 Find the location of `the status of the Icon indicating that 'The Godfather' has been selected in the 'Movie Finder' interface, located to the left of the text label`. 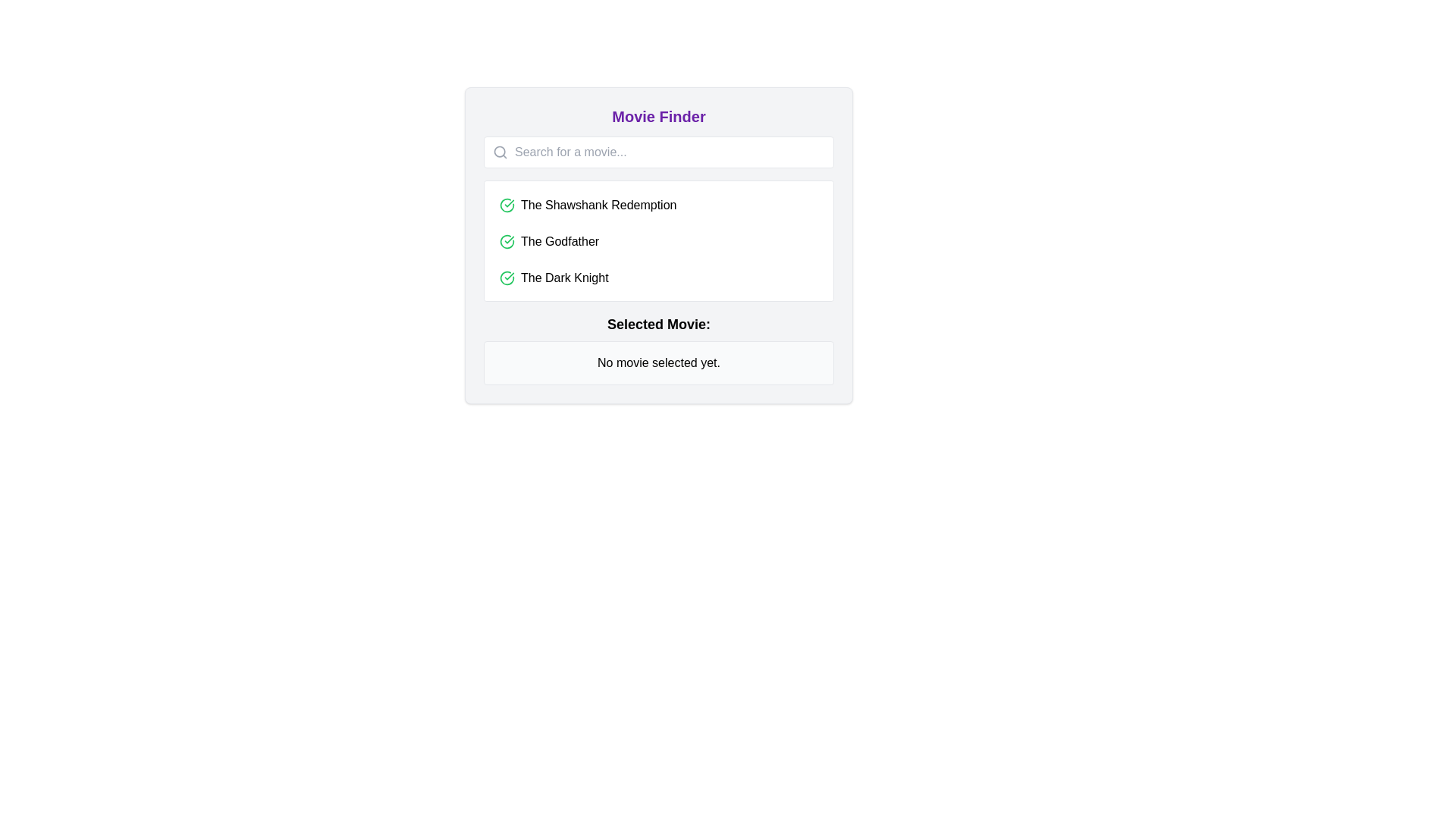

the status of the Icon indicating that 'The Godfather' has been selected in the 'Movie Finder' interface, located to the left of the text label is located at coordinates (507, 241).